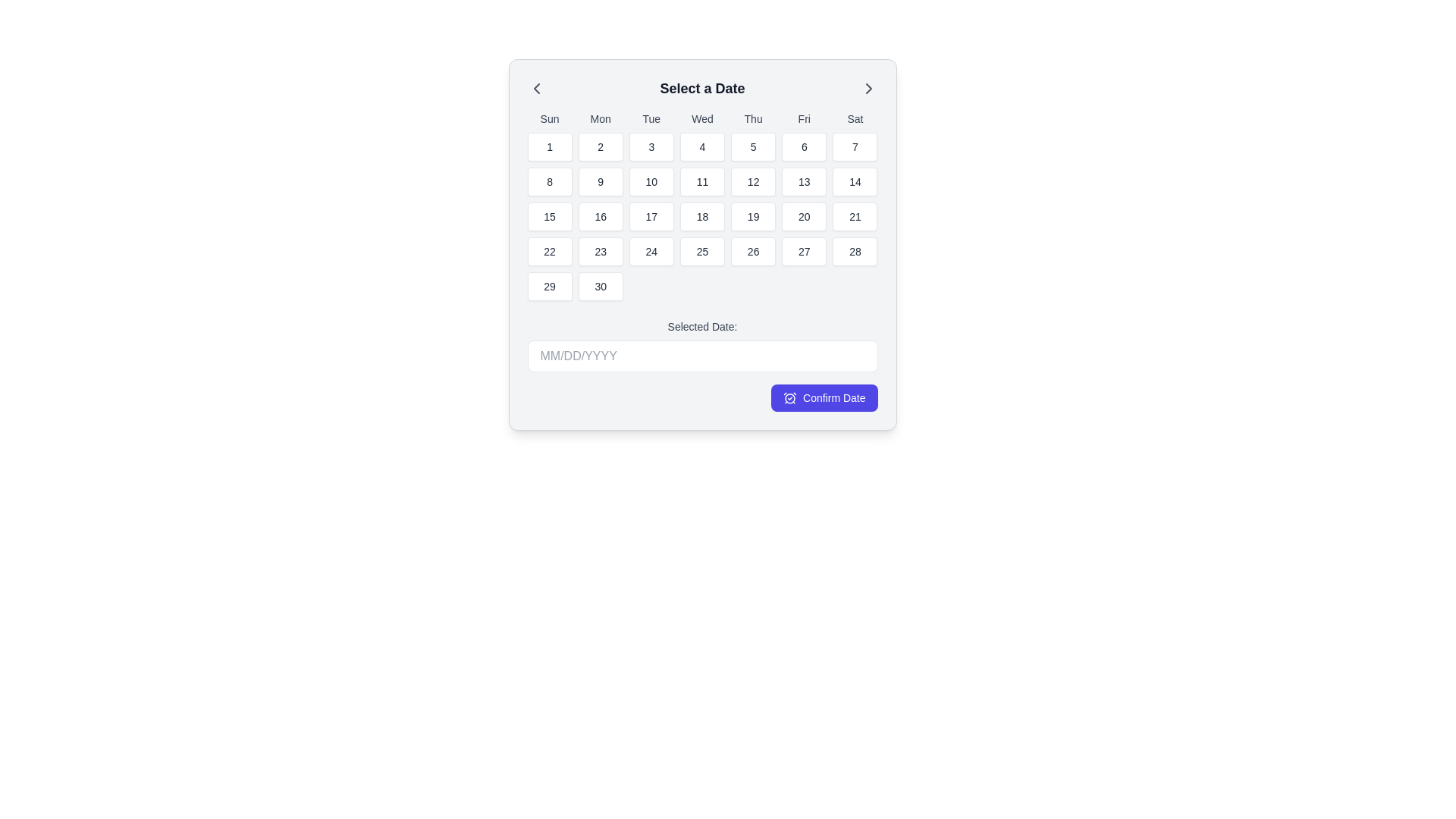 Image resolution: width=1456 pixels, height=819 pixels. What do you see at coordinates (701, 180) in the screenshot?
I see `the square-shaped button with the number '11' in a bolded font, located in the fourth row and fifth column of the calendar grid under 'Wed'` at bounding box center [701, 180].